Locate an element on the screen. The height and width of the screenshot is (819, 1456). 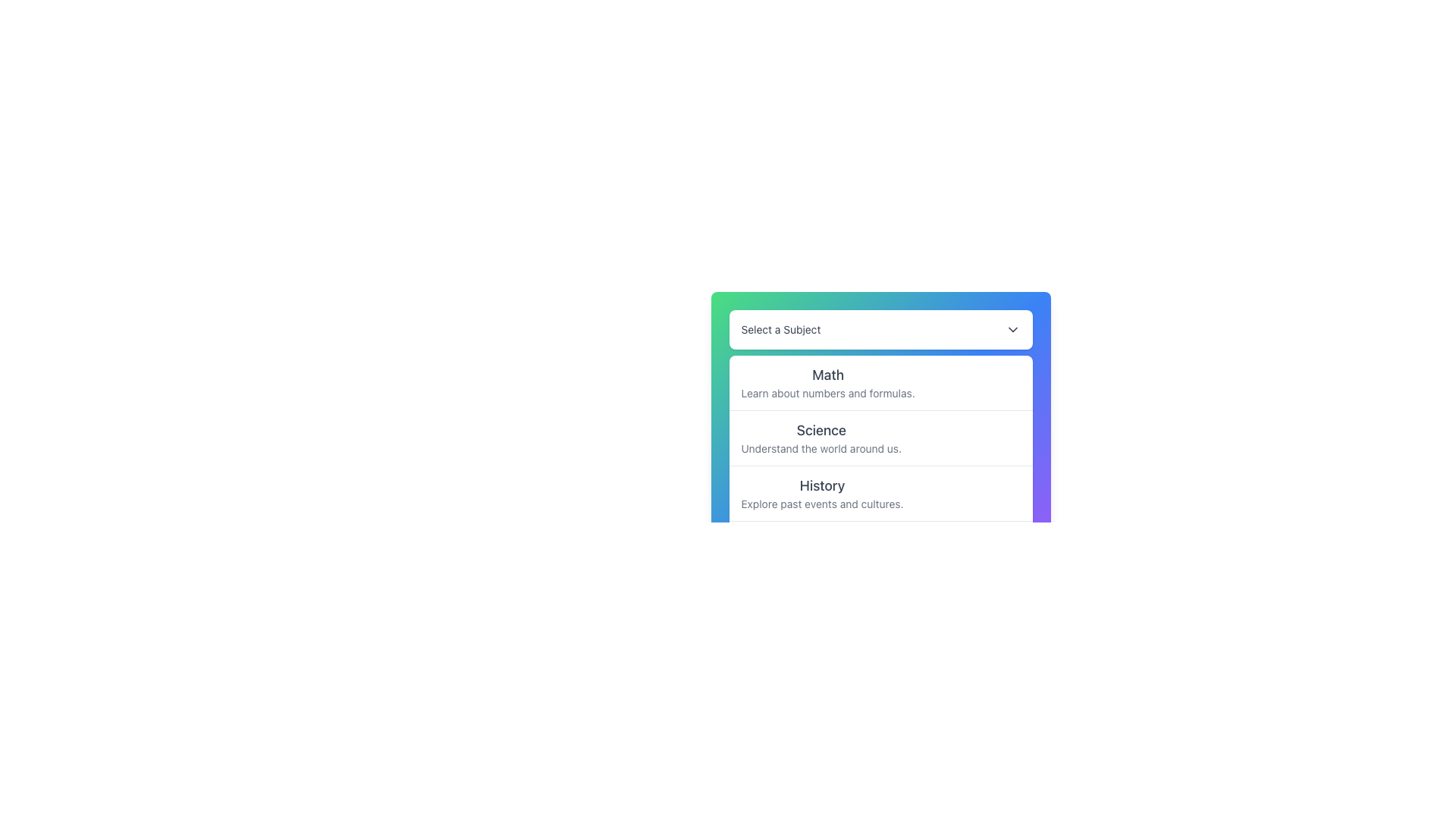
the 'Science' dropdown option, which has a white background and gray text is located at coordinates (880, 443).